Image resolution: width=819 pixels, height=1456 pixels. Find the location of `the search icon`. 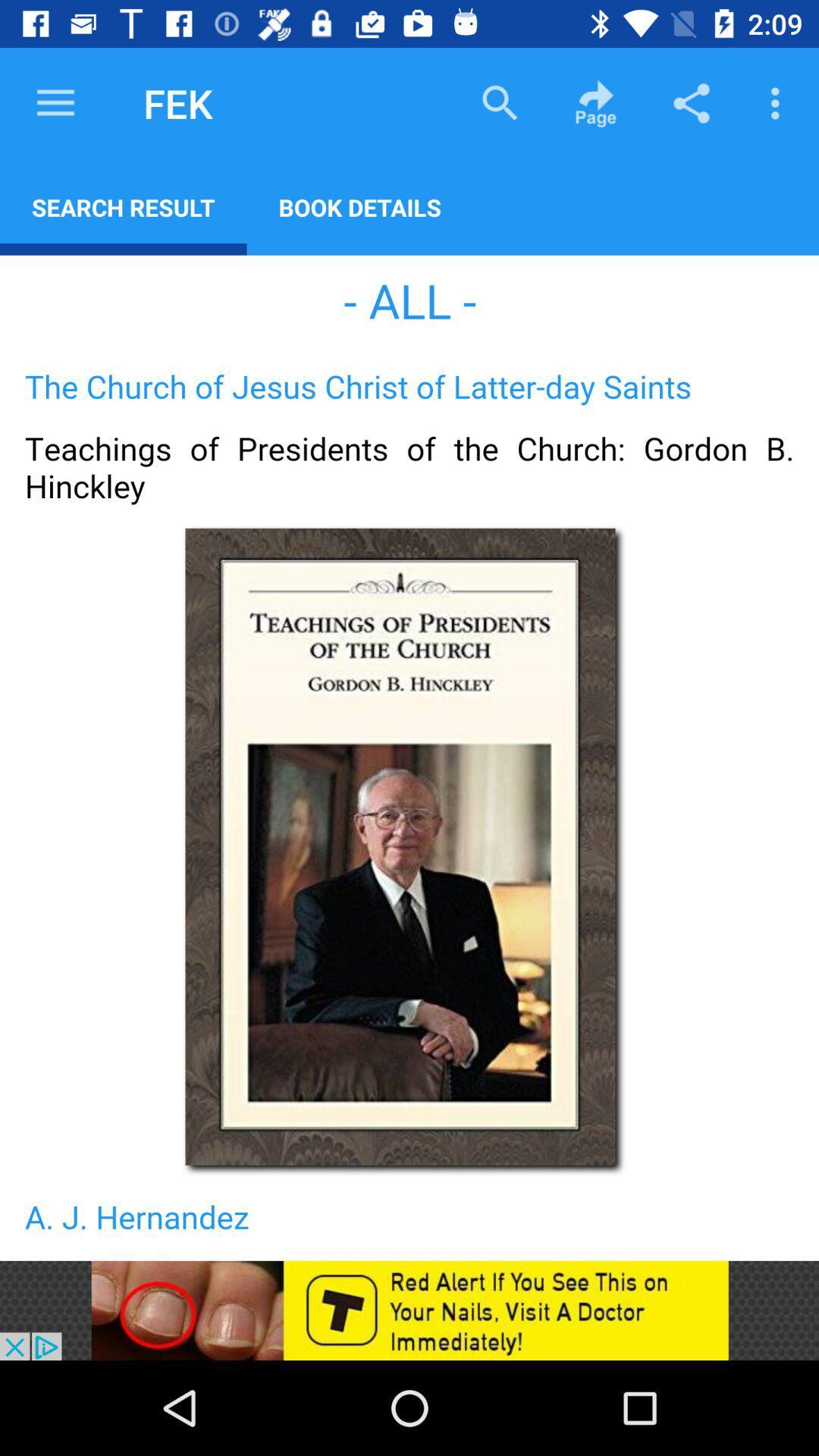

the search icon is located at coordinates (500, 102).